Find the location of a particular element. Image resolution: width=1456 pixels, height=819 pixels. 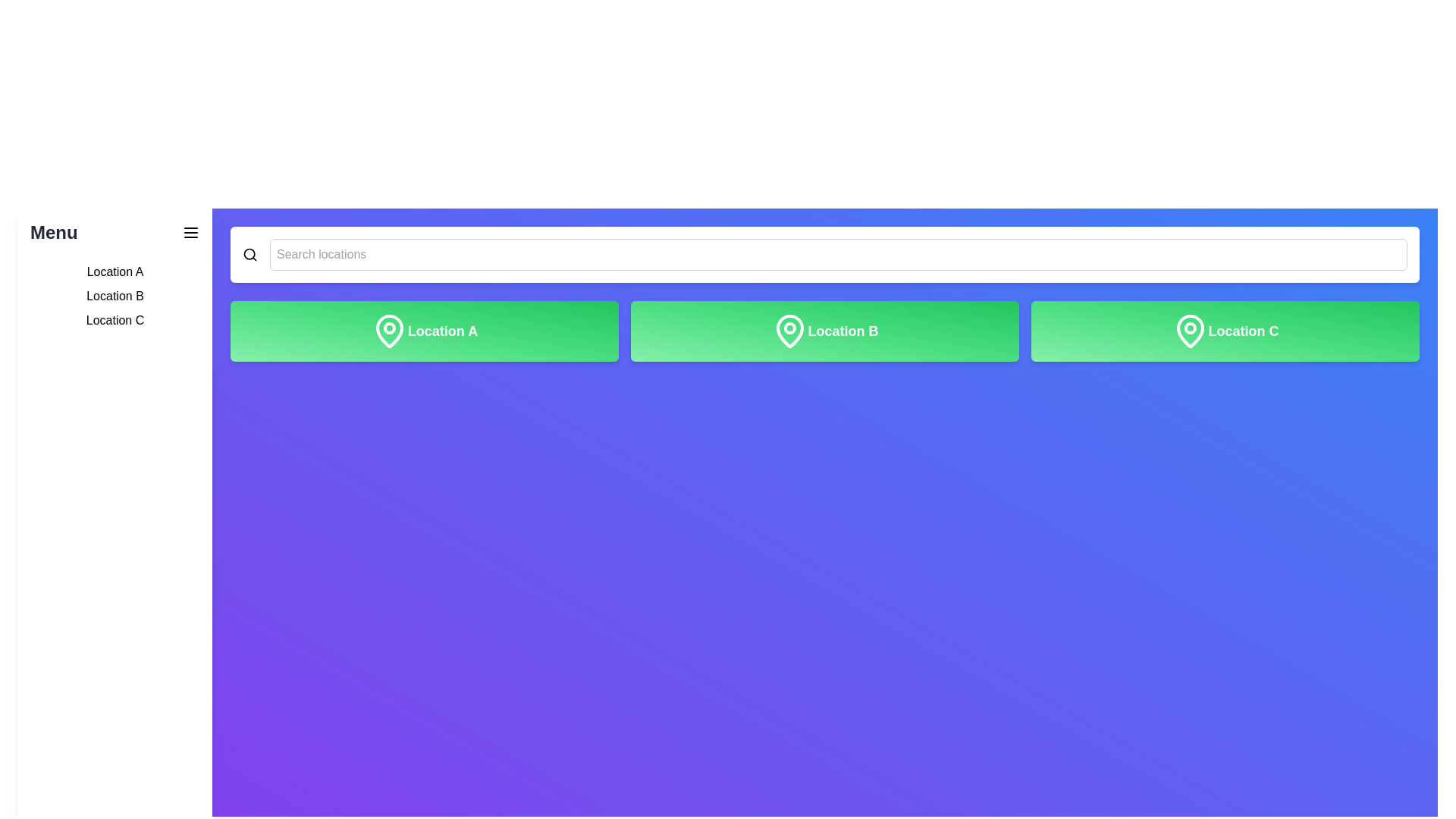

the 'Location A' text label in the left sidebar is located at coordinates (115, 271).